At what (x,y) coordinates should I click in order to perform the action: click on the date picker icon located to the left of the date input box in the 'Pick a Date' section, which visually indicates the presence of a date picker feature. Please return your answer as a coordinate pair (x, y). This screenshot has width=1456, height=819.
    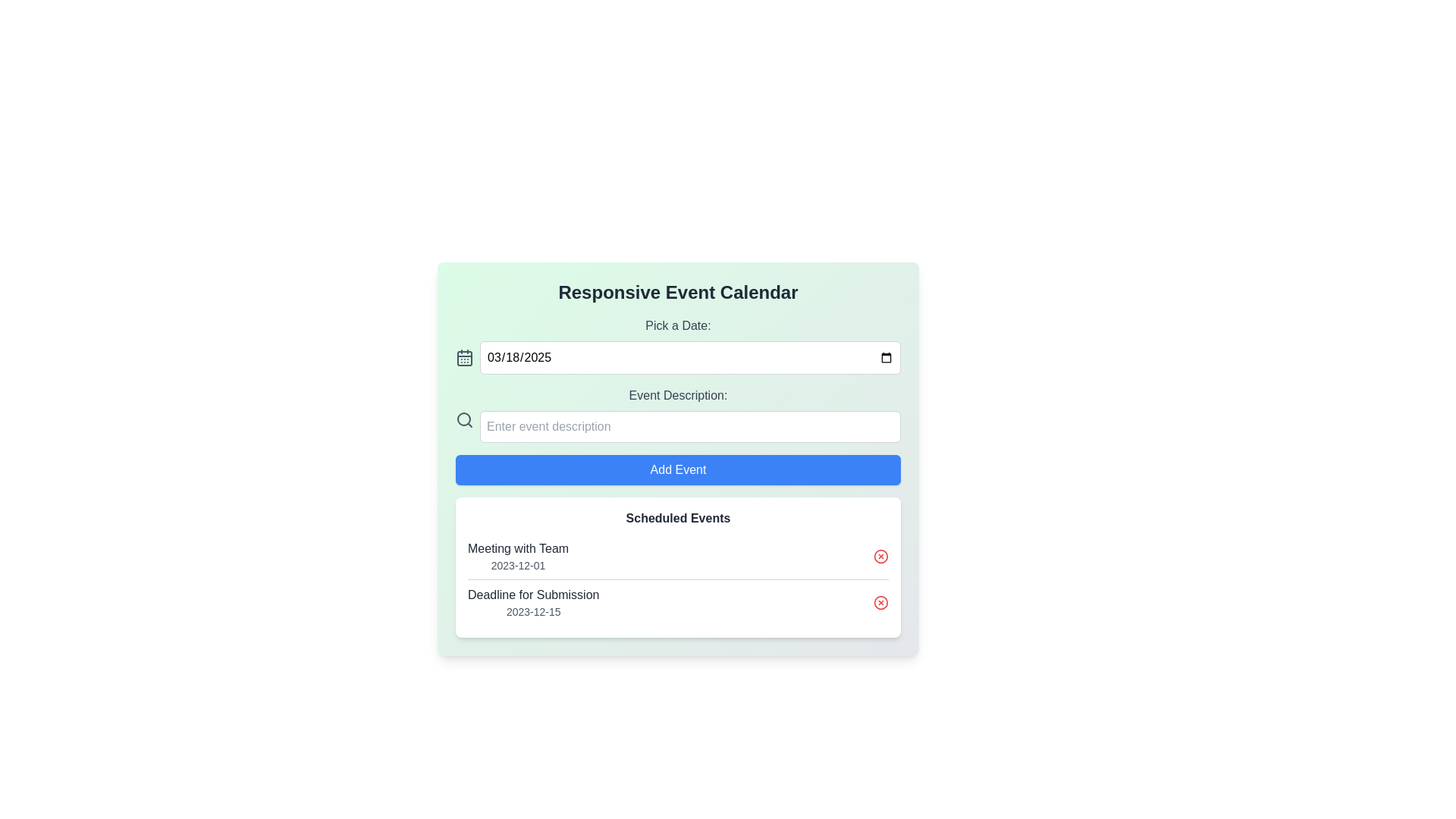
    Looking at the image, I should click on (464, 357).